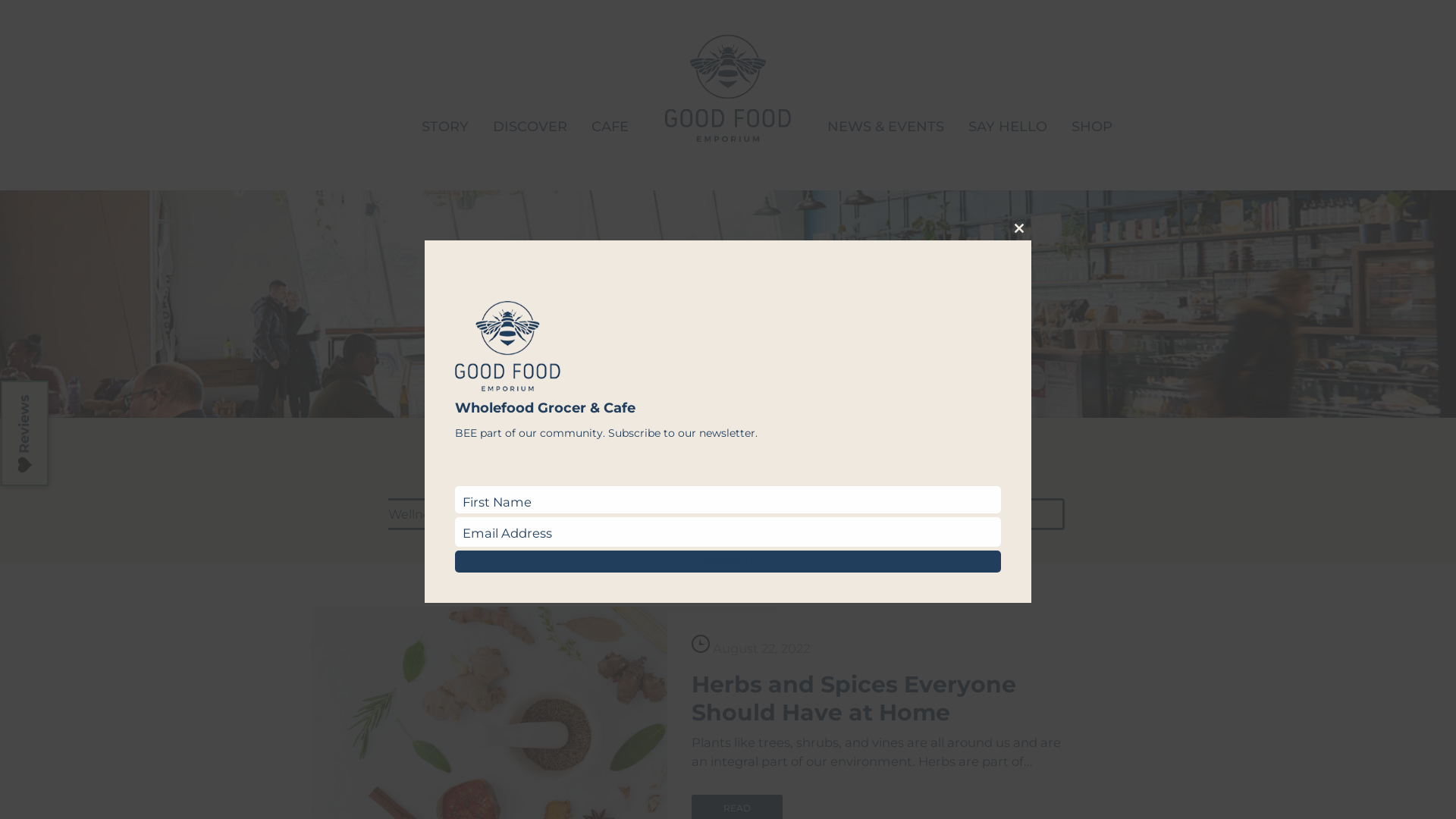  I want to click on 'NEWS & EVENTS', so click(885, 126).